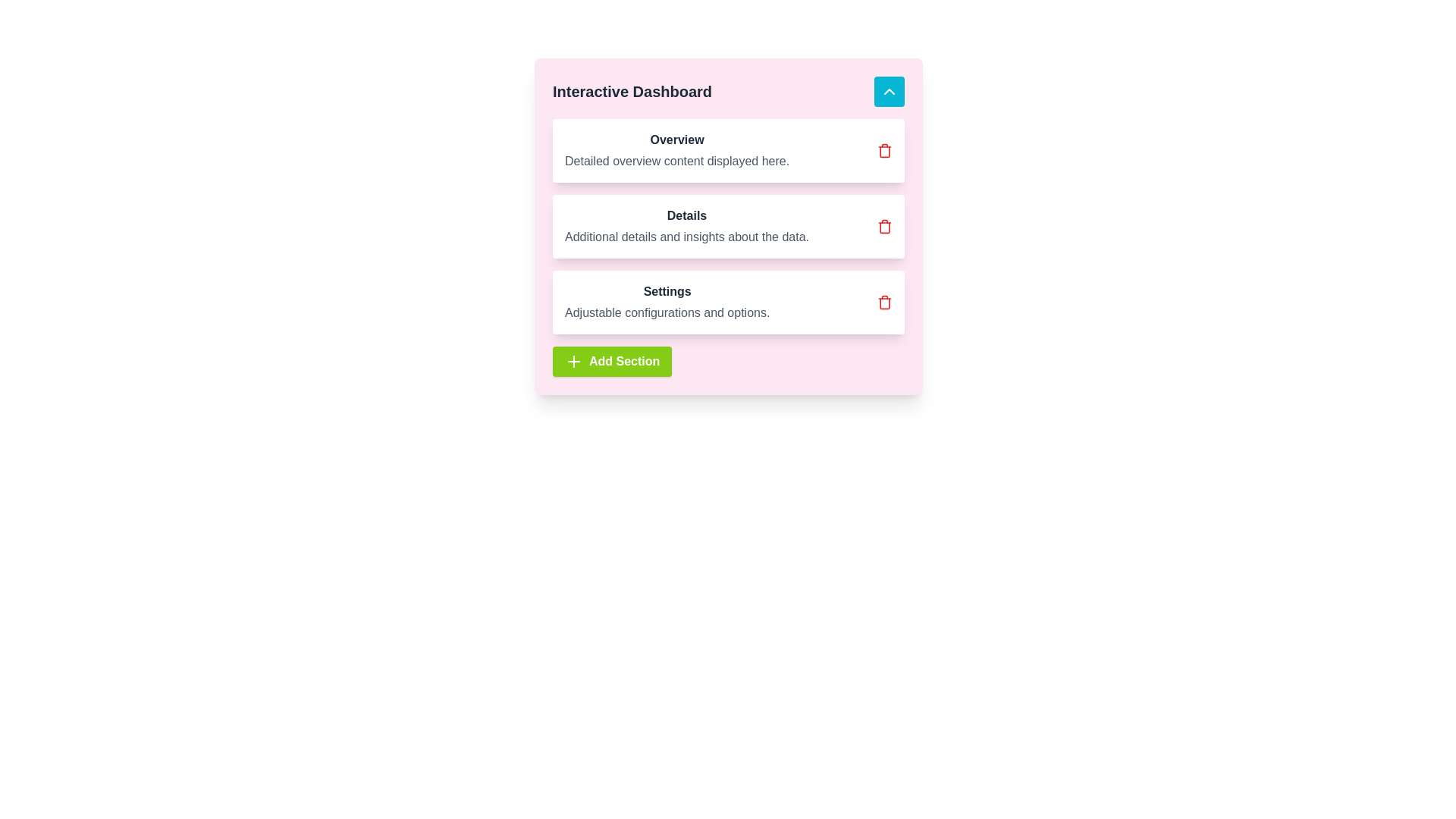 Image resolution: width=1456 pixels, height=819 pixels. Describe the element at coordinates (728, 227) in the screenshot. I see `the interactive sub-elements within the 'Details' card, which has a white background and contains the title 'Details' and a description` at that location.